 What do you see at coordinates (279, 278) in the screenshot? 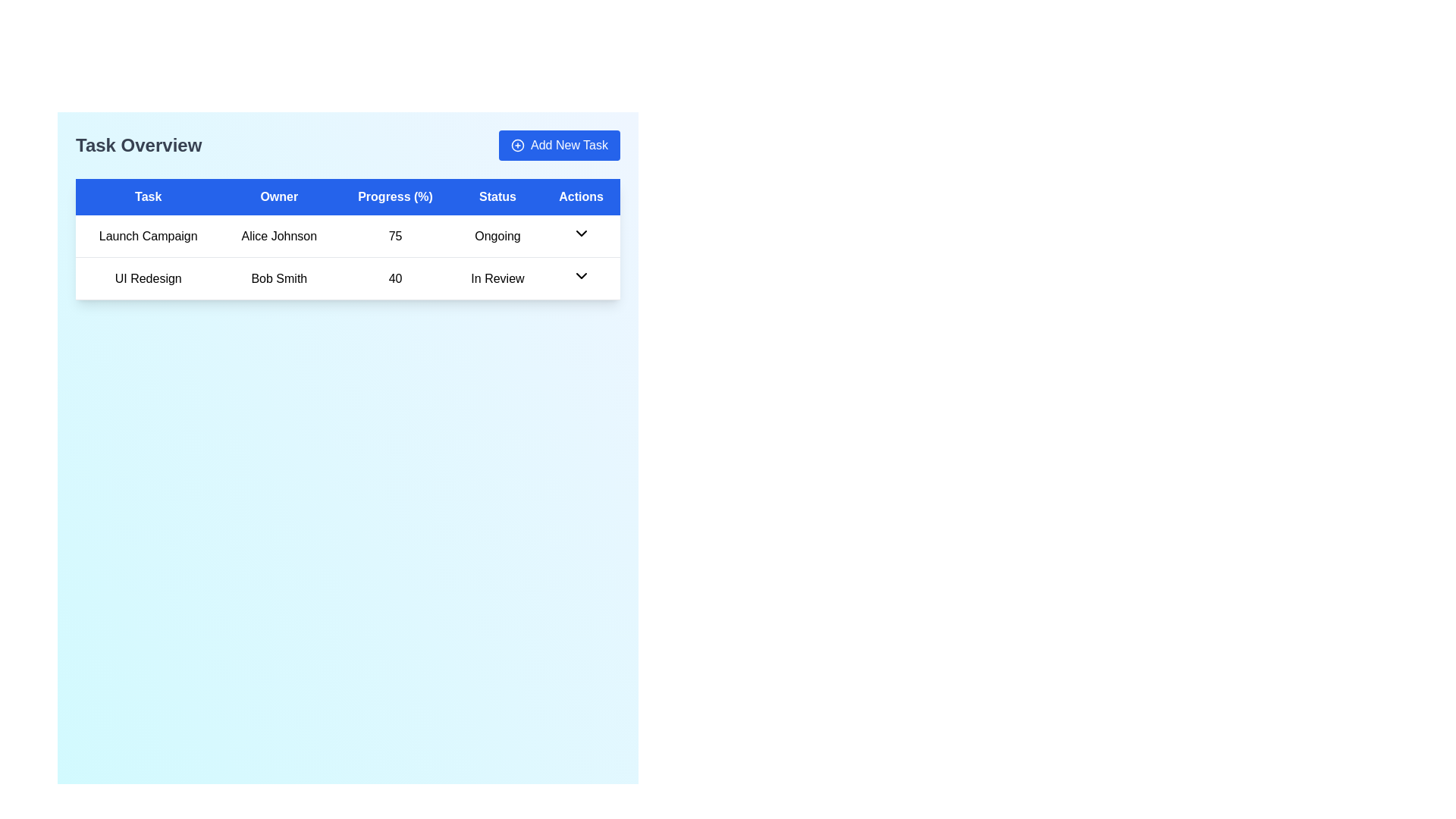
I see `the text label displaying the name of the person associated with the task item in the second row under the 'Owner' column of the table, located between 'UI Redesign' and '40'` at bounding box center [279, 278].